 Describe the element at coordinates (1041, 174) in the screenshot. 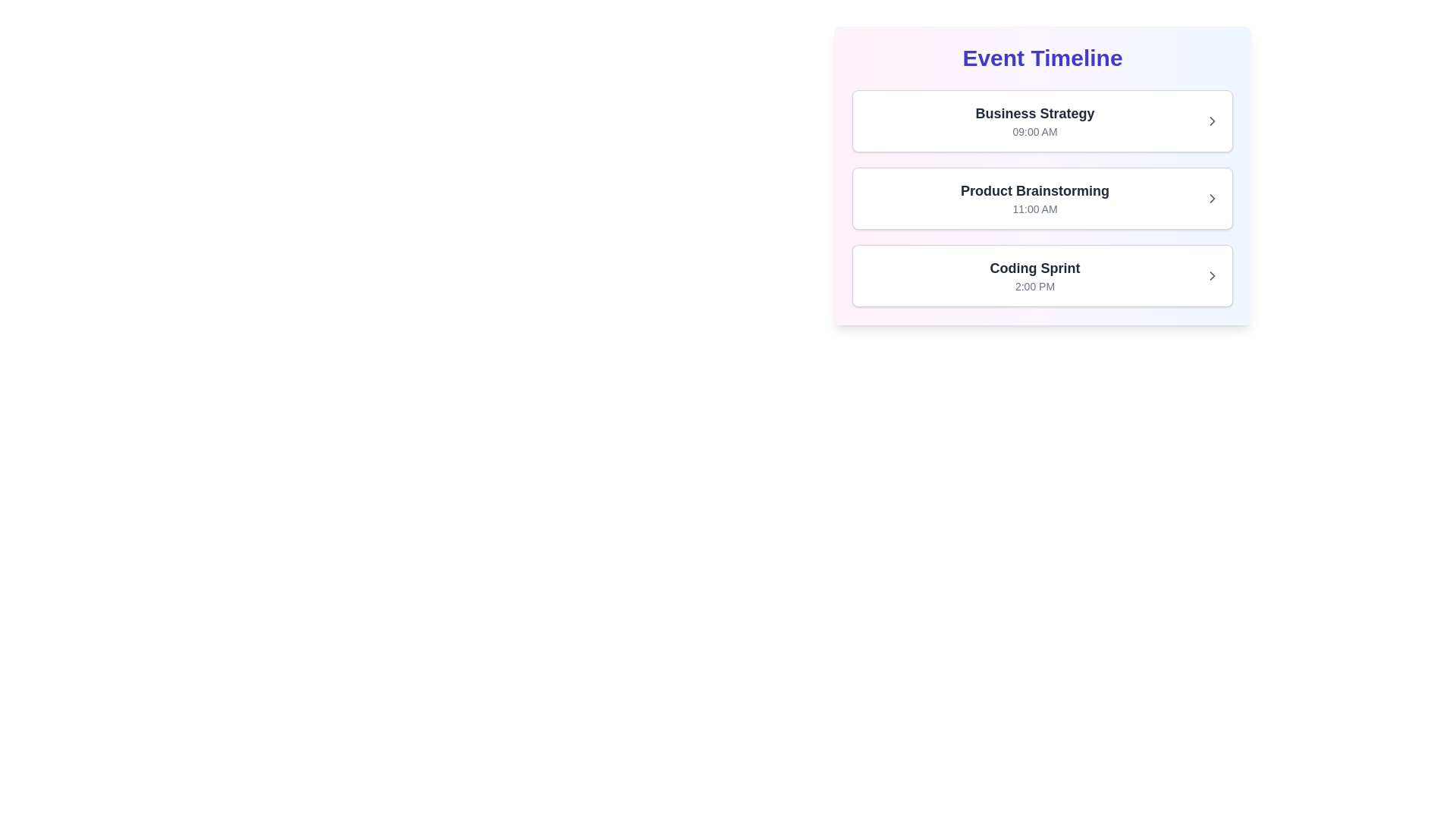

I see `the second list item in the vertical event timeline` at that location.